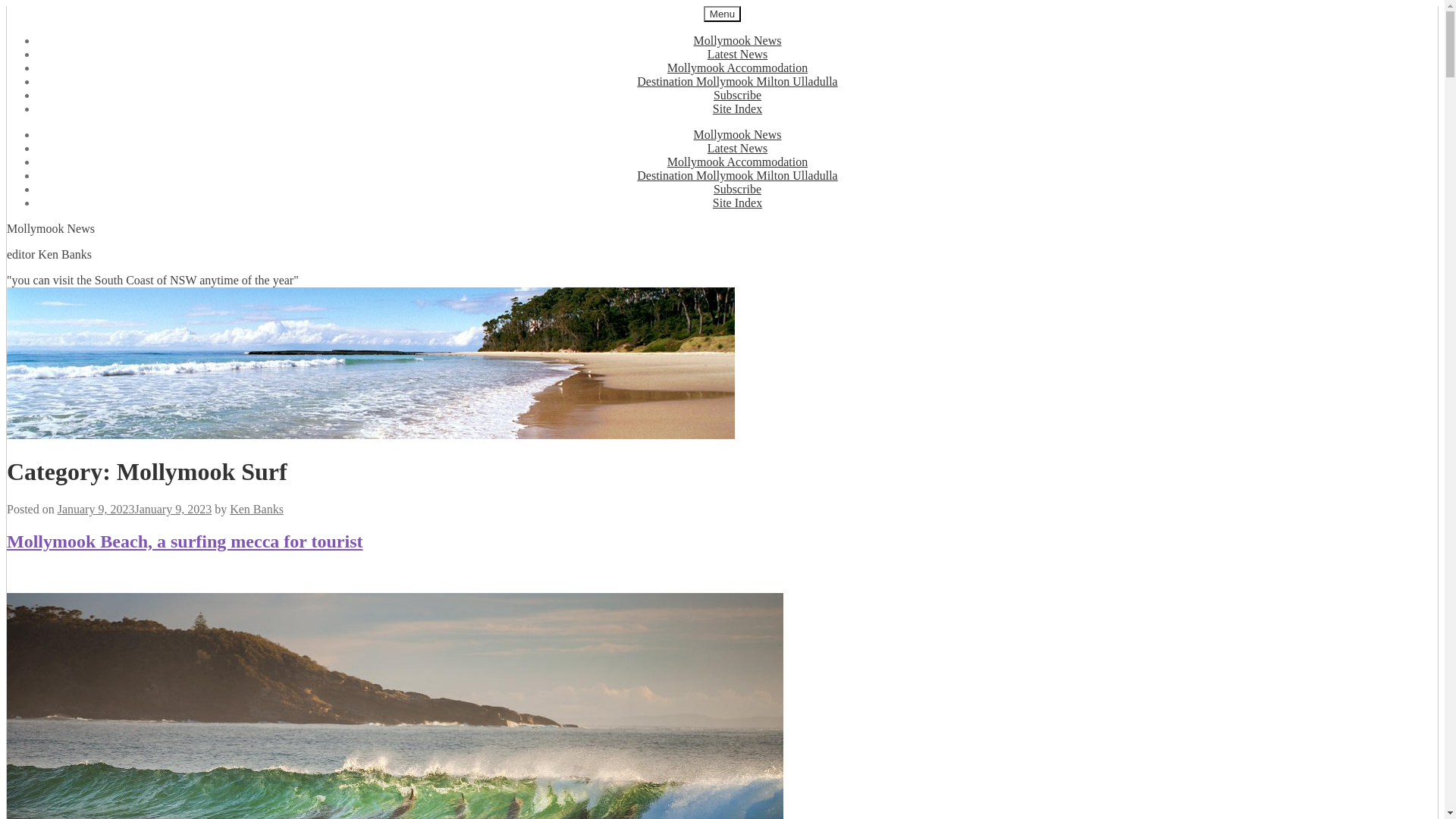 This screenshot has width=1456, height=819. I want to click on 'January 9, 2023January 9, 2023', so click(134, 509).